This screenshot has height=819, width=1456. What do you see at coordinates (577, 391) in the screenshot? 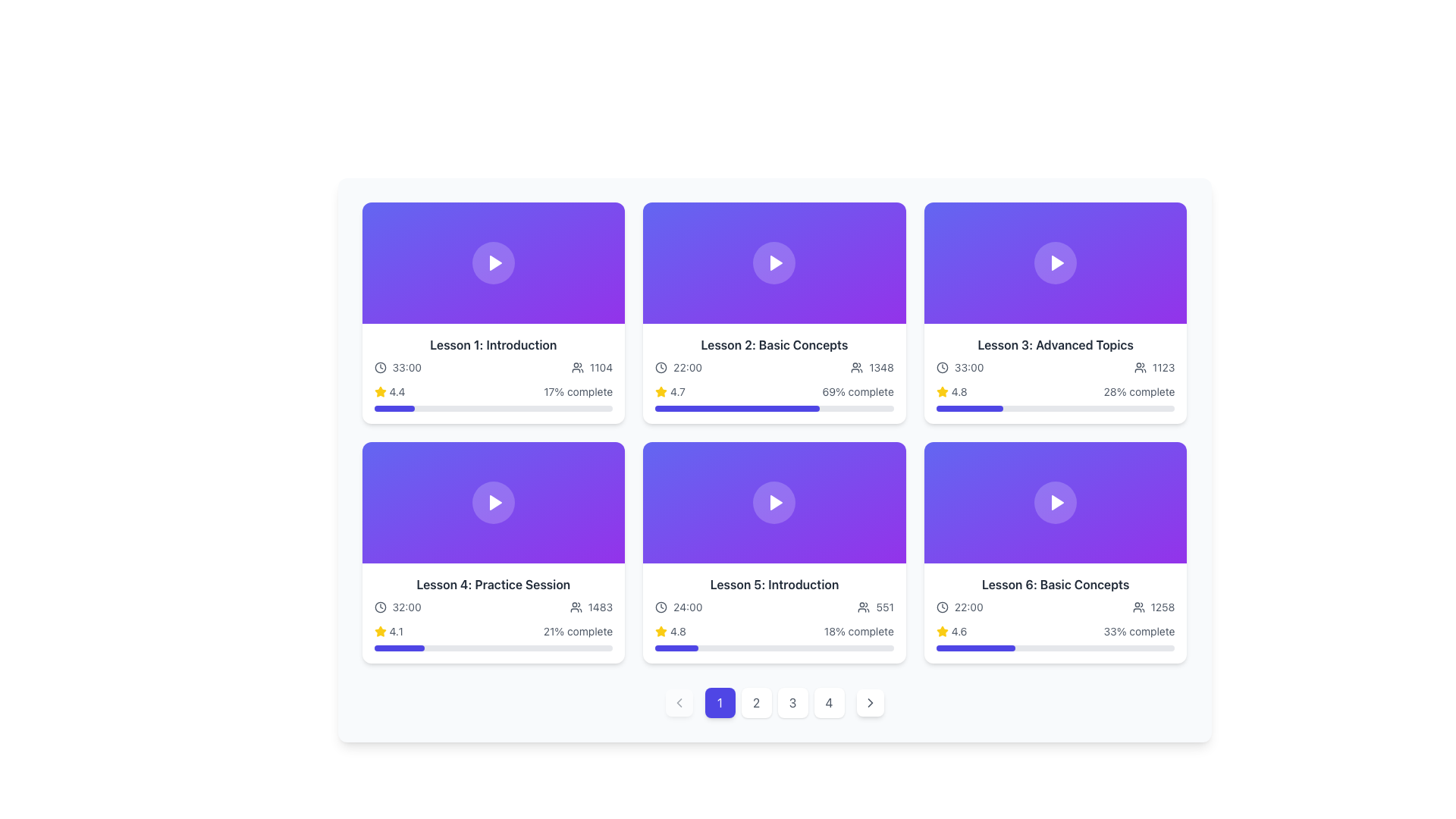
I see `the Text label that presents progress data for Lesson 1: Introduction, located in the bottom-right section of the card, adjacent to a progress bar and under a yellow star icon with a numerical rating` at bounding box center [577, 391].